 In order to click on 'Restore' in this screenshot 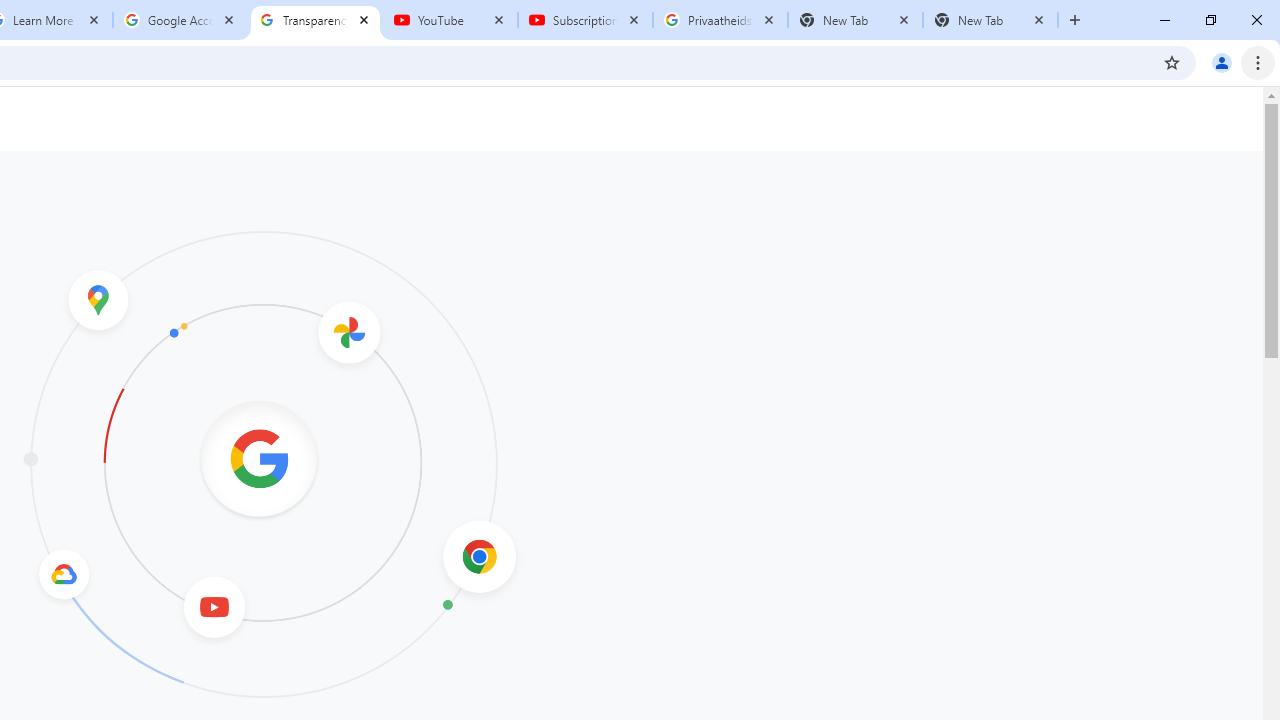, I will do `click(1209, 20)`.